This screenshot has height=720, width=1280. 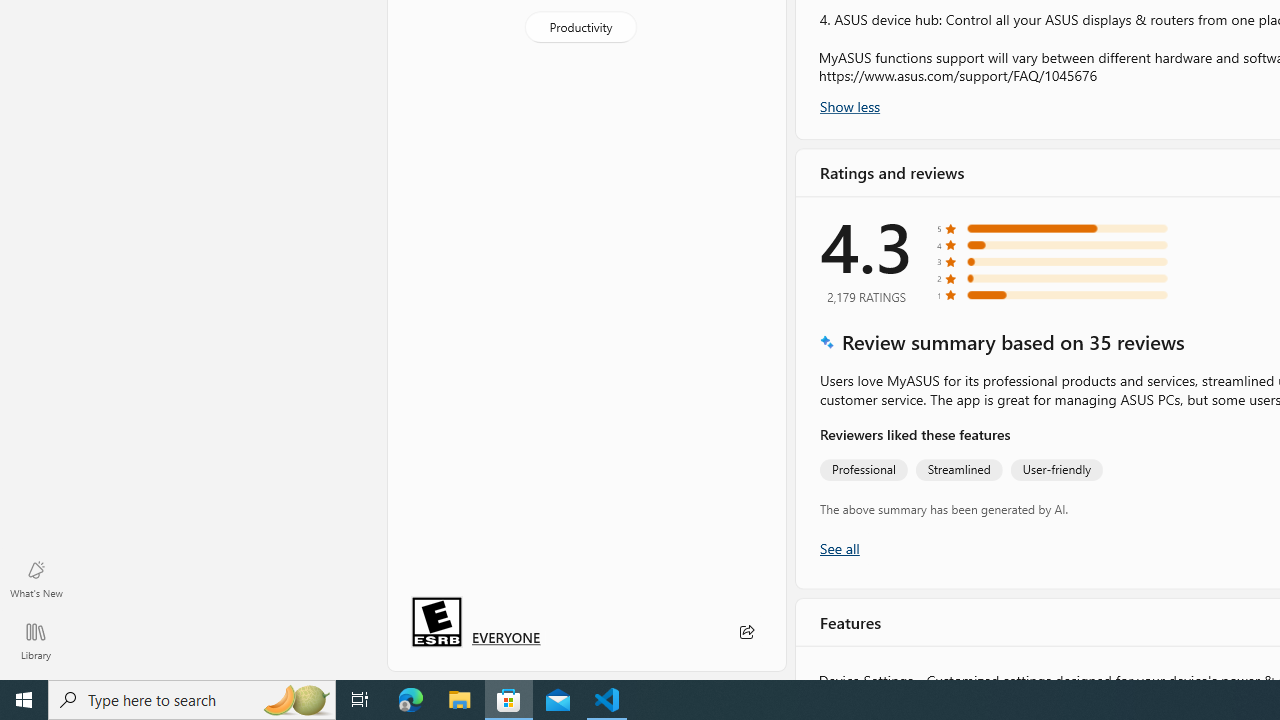 What do you see at coordinates (578, 27) in the screenshot?
I see `'Productivity'` at bounding box center [578, 27].